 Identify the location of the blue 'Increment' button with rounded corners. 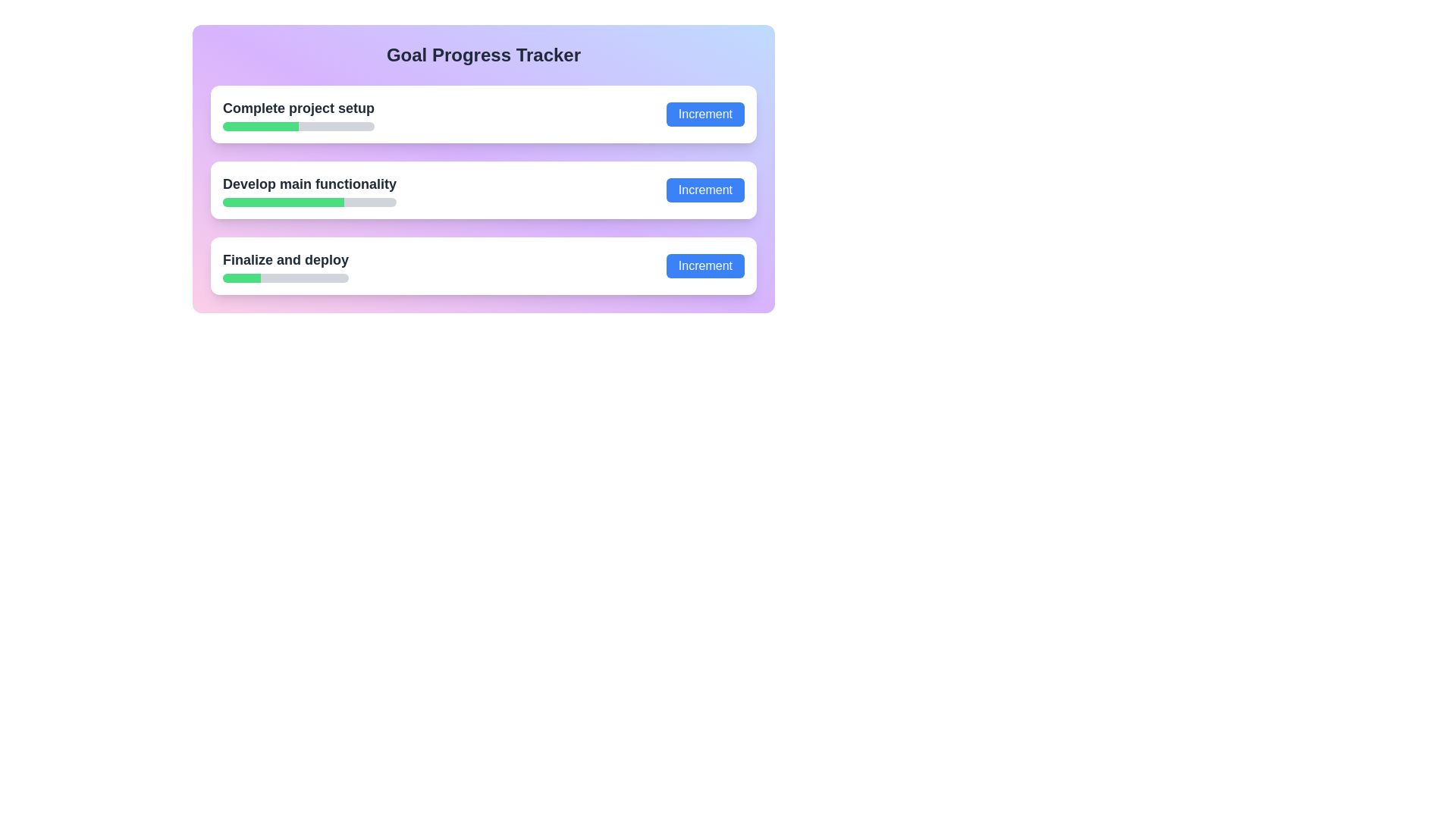
(704, 265).